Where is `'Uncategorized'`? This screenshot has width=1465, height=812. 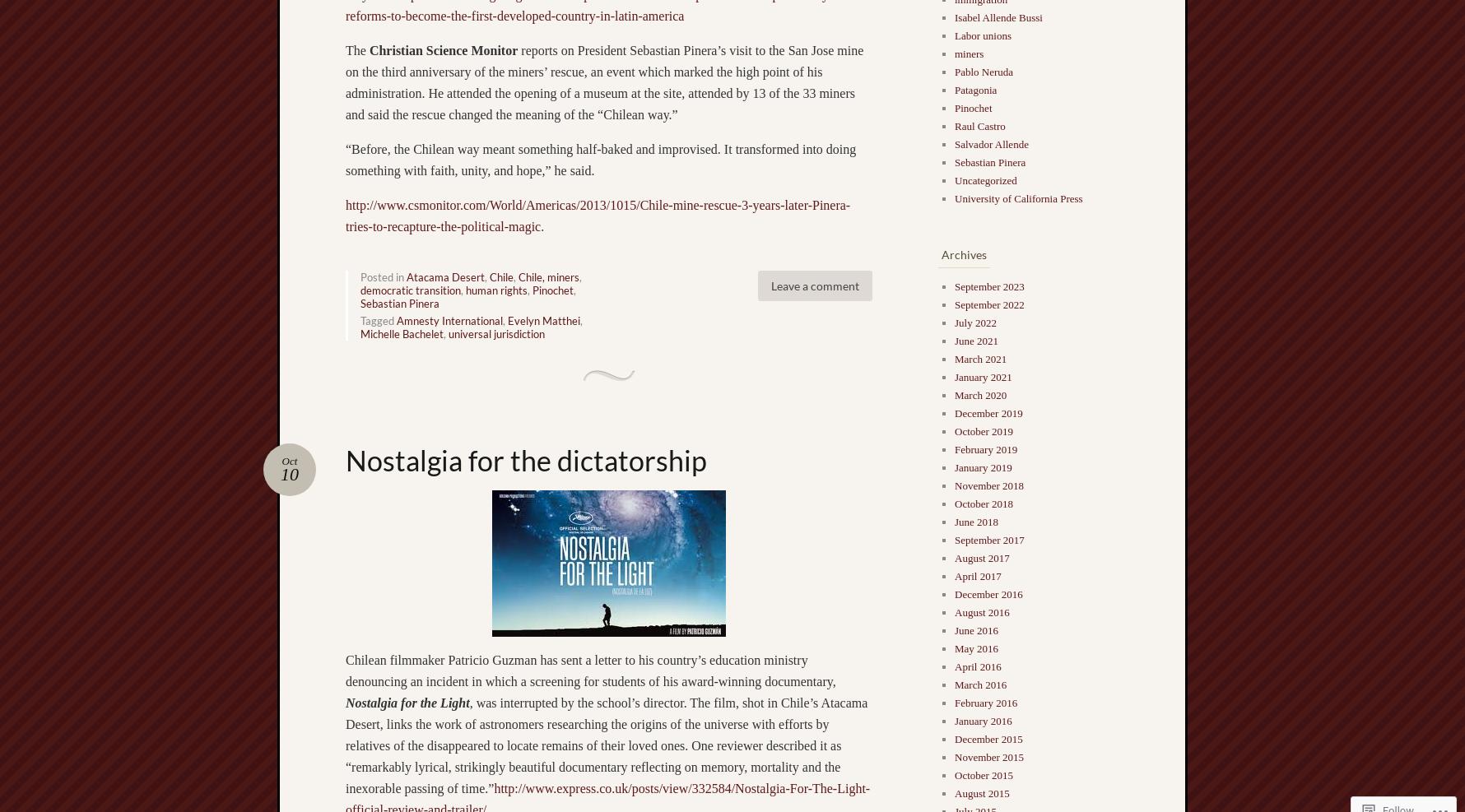 'Uncategorized' is located at coordinates (985, 180).